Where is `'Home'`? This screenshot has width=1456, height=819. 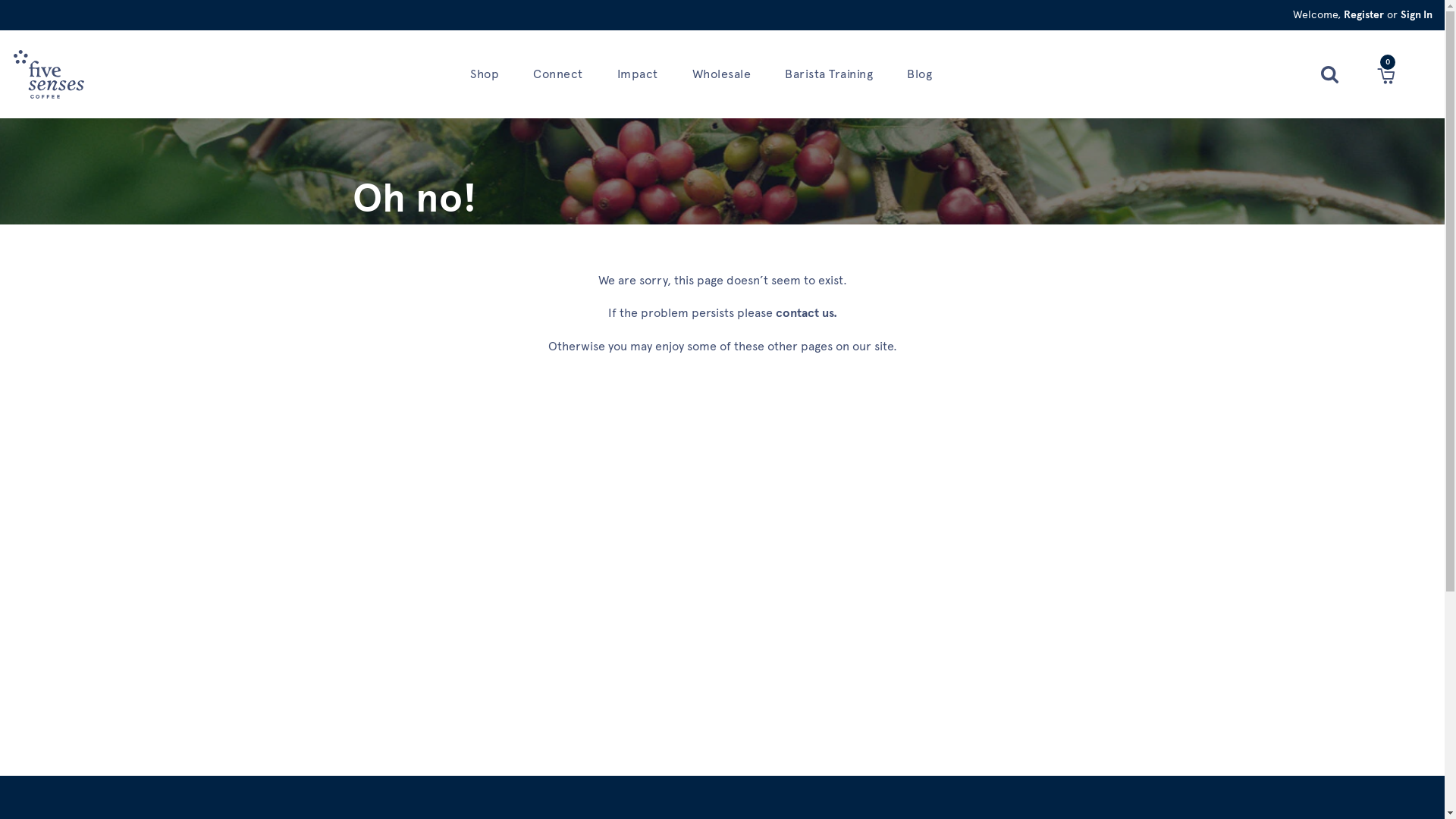 'Home' is located at coordinates (49, 74).